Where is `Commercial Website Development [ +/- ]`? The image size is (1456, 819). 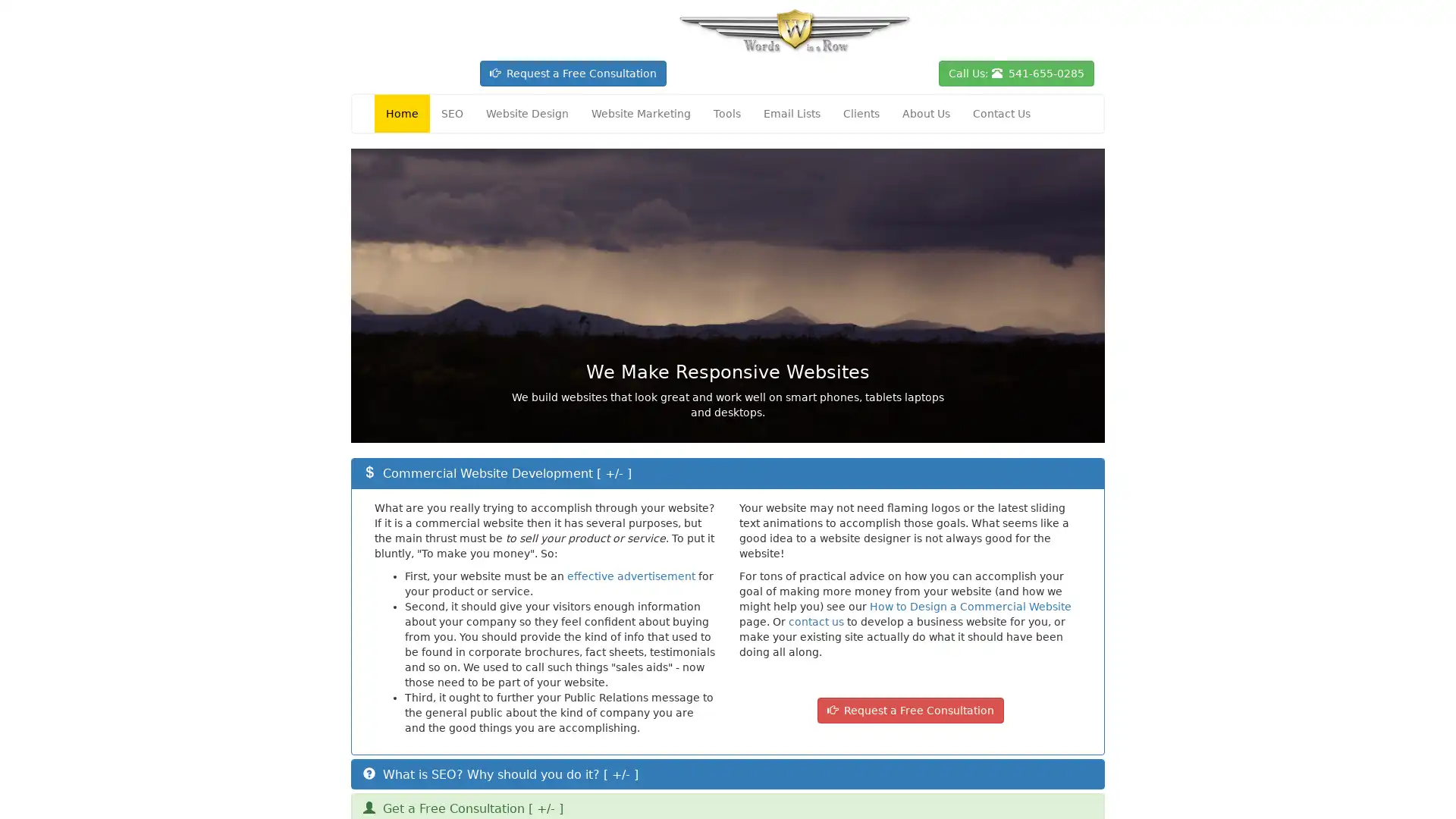
Commercial Website Development [ +/- ] is located at coordinates (497, 472).